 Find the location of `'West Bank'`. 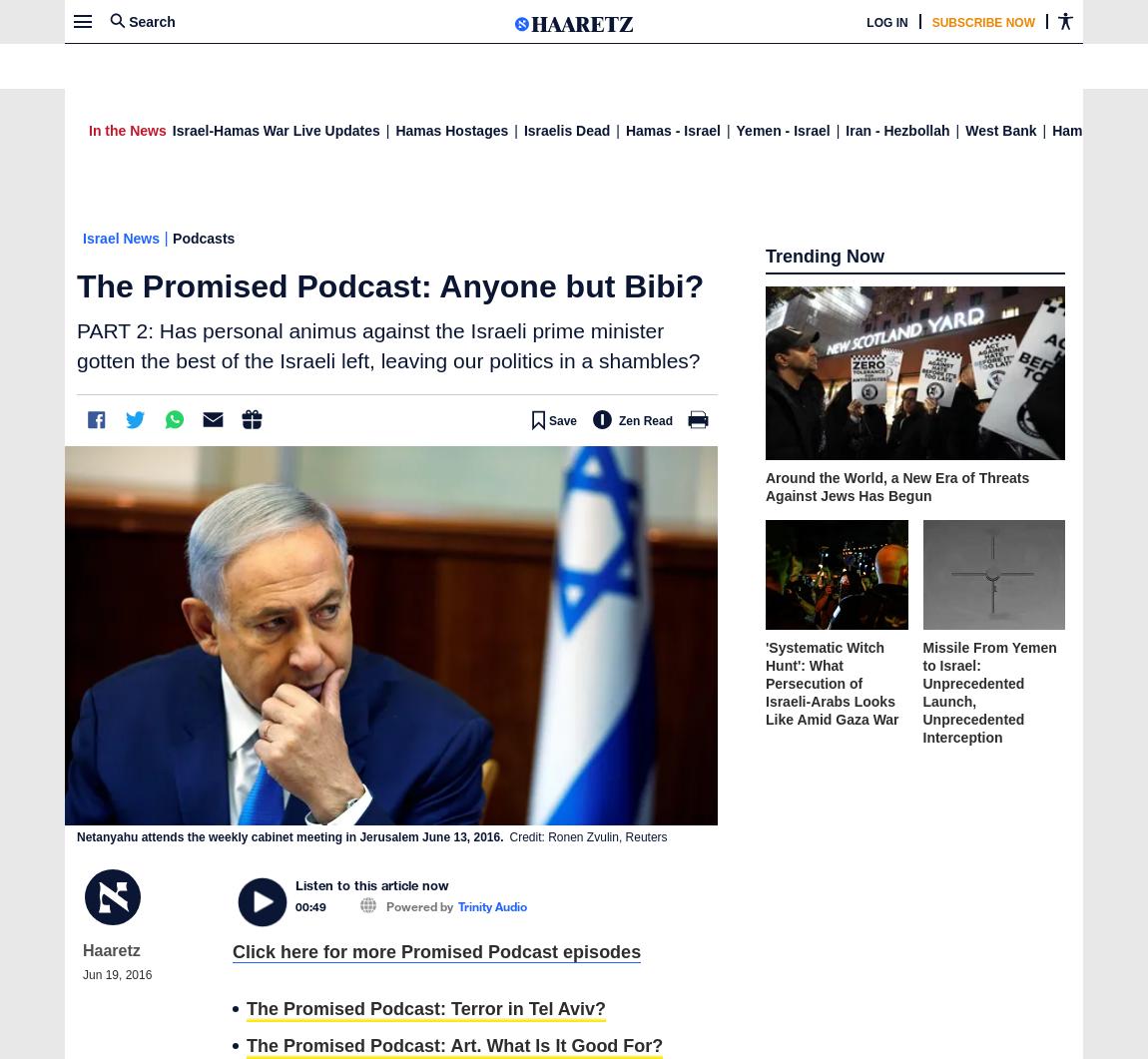

'West Bank' is located at coordinates (1000, 131).